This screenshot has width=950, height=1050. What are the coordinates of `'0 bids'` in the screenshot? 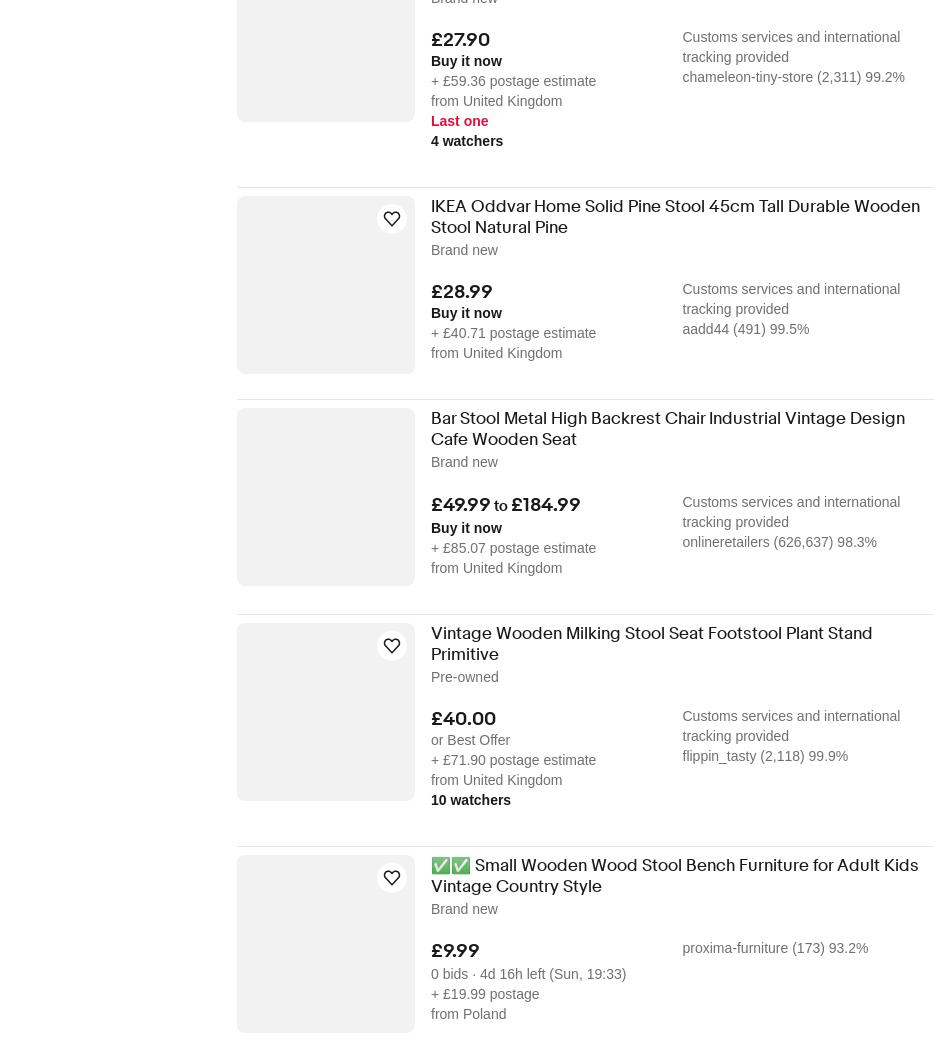 It's located at (448, 972).